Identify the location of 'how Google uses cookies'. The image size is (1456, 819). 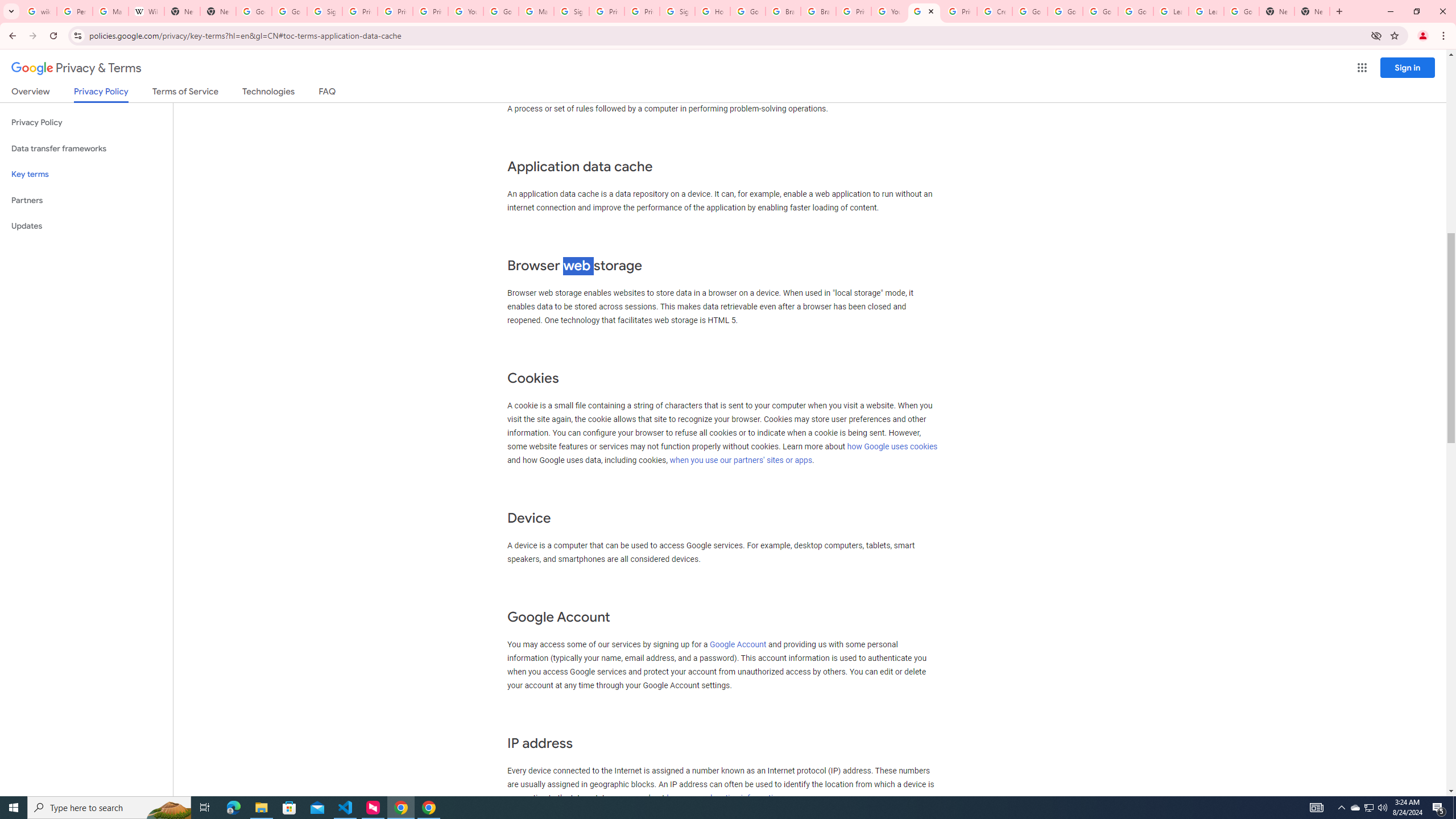
(892, 446).